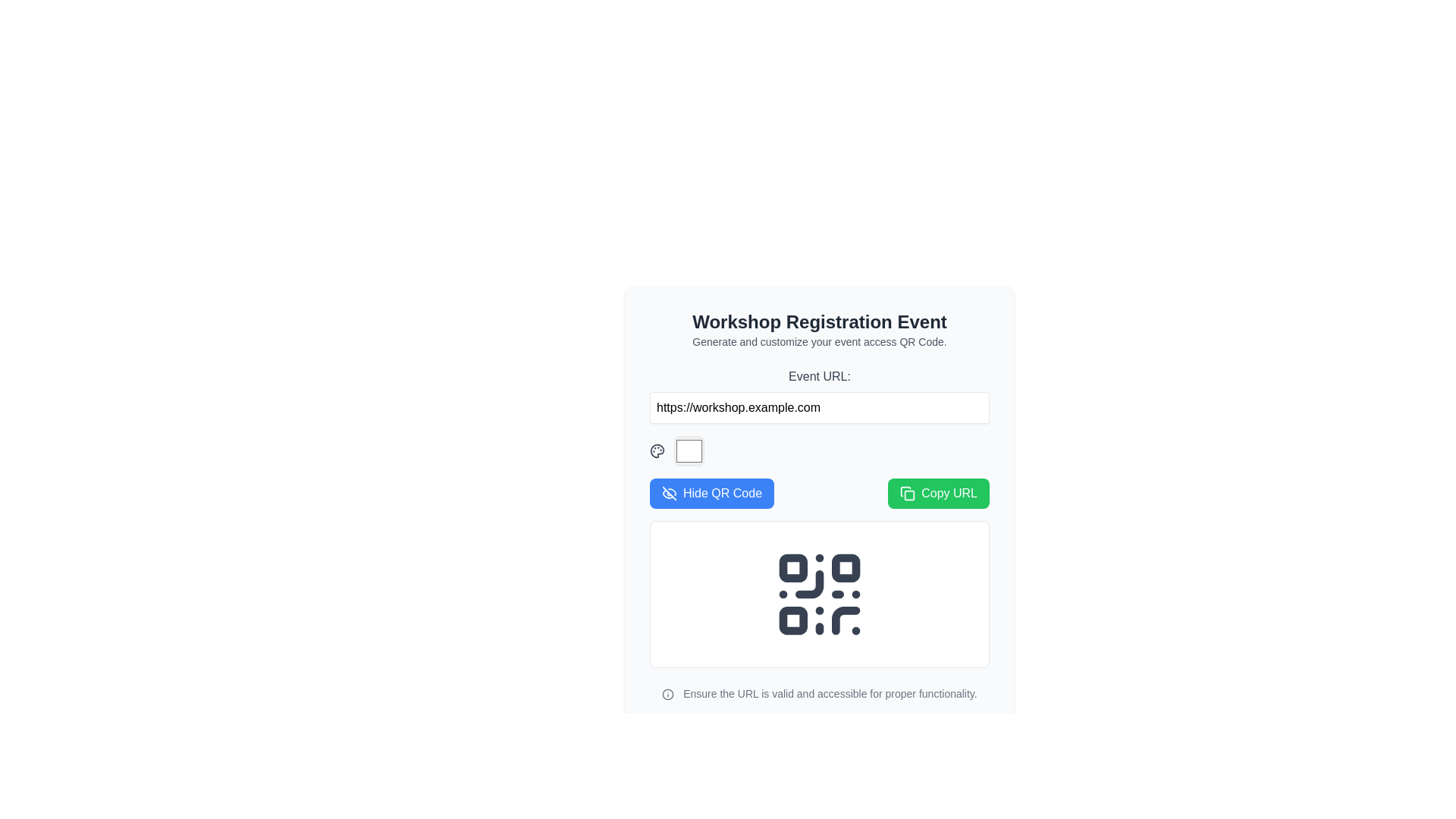 The height and width of the screenshot is (819, 1456). I want to click on the 'Hide QR Code' button which contains the eye-off icon, located to the left of the button's text label, so click(669, 494).